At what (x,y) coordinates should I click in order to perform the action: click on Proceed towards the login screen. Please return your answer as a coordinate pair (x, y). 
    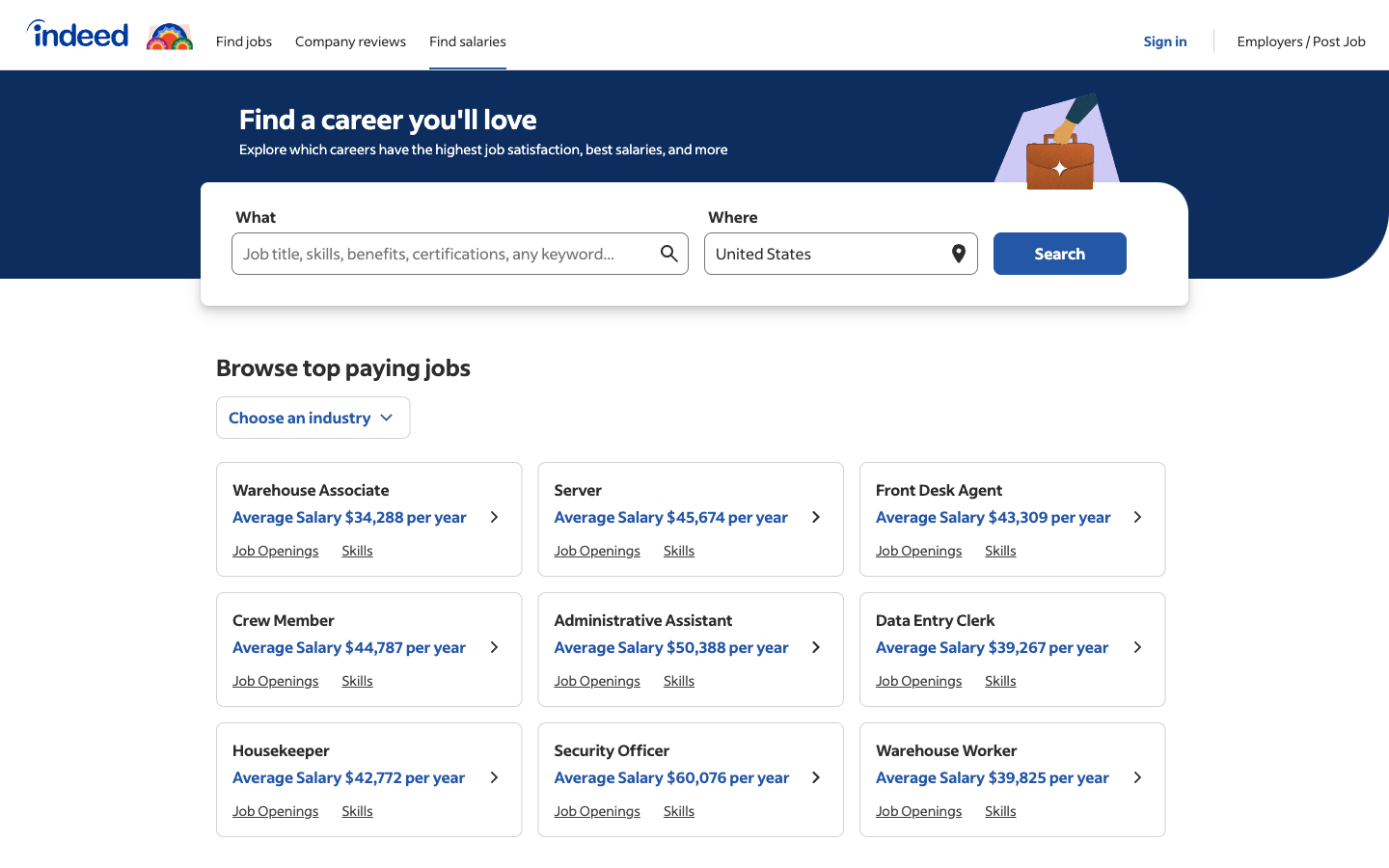
    Looking at the image, I should click on (1166, 33).